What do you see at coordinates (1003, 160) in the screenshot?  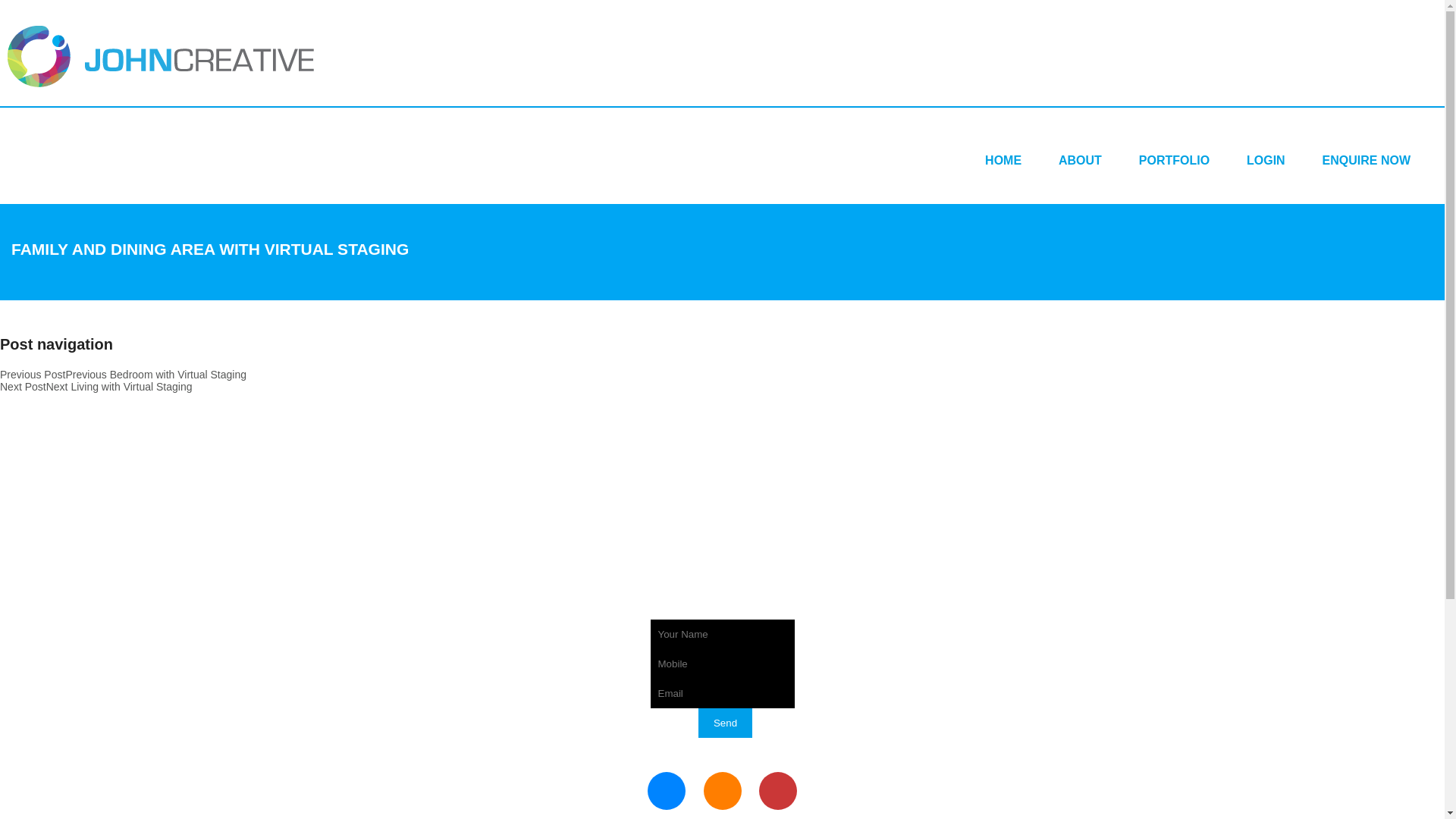 I see `'HOME'` at bounding box center [1003, 160].